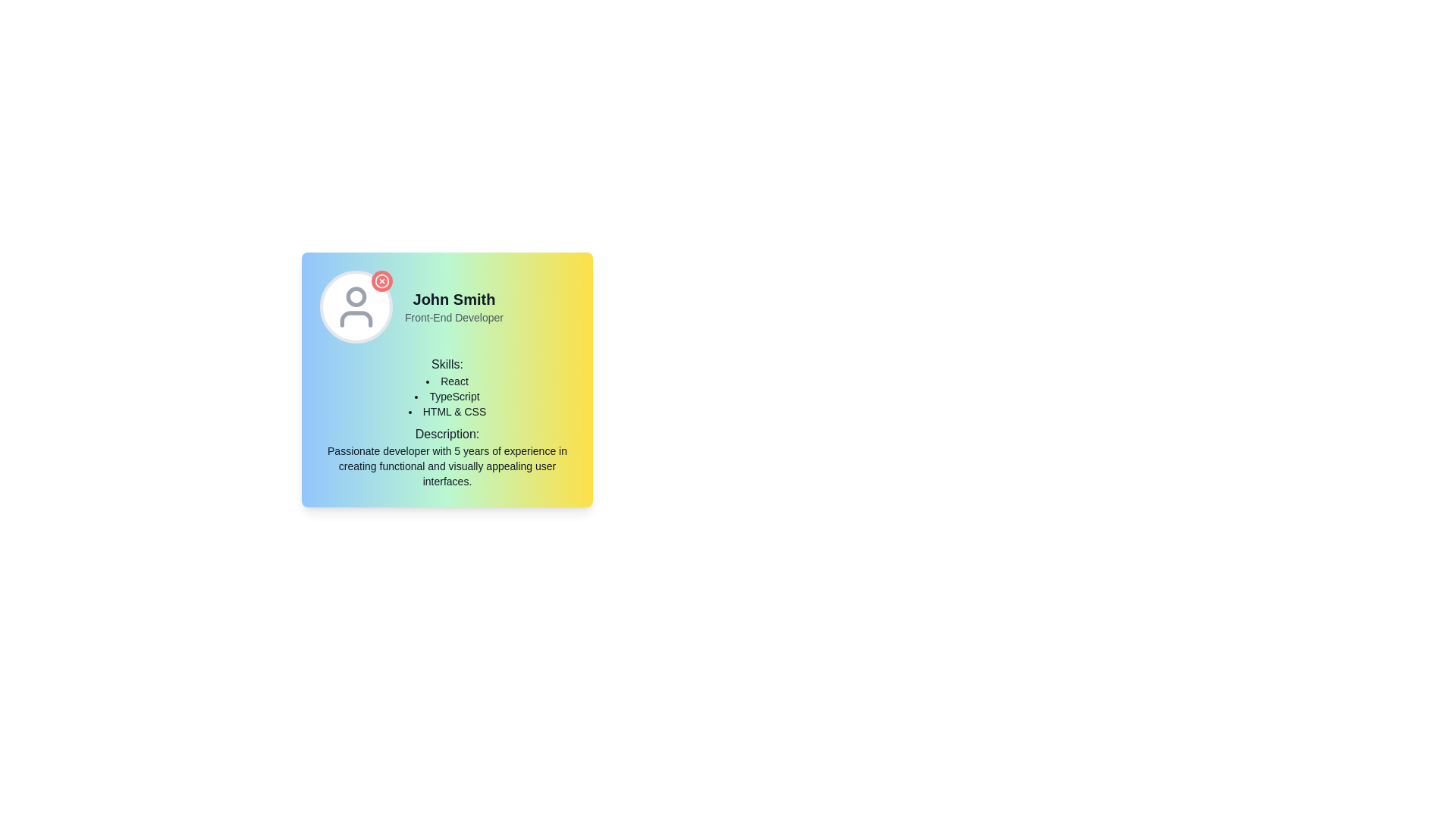 The image size is (1456, 819). I want to click on the Text block containing the header and bullet-pointed list of skills or technologies related to the individual, located near the center-left of the interface, directly below the 'John Smith' label, so click(447, 386).